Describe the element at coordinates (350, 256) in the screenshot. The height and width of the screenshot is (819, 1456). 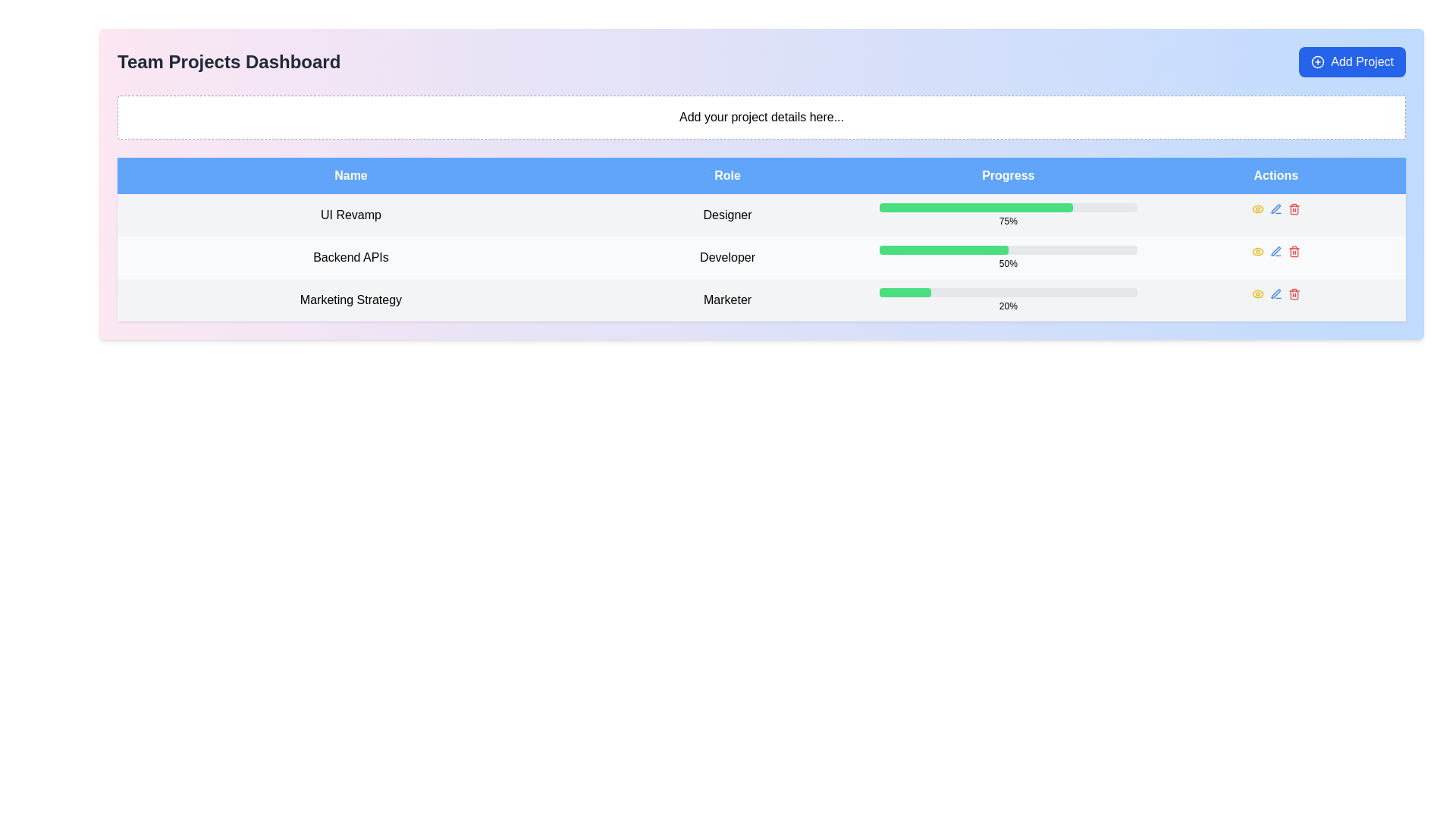
I see `the Label displaying 'Backend APIs' located in the first column of the second row under the 'Name' header in a table-like structure` at that location.